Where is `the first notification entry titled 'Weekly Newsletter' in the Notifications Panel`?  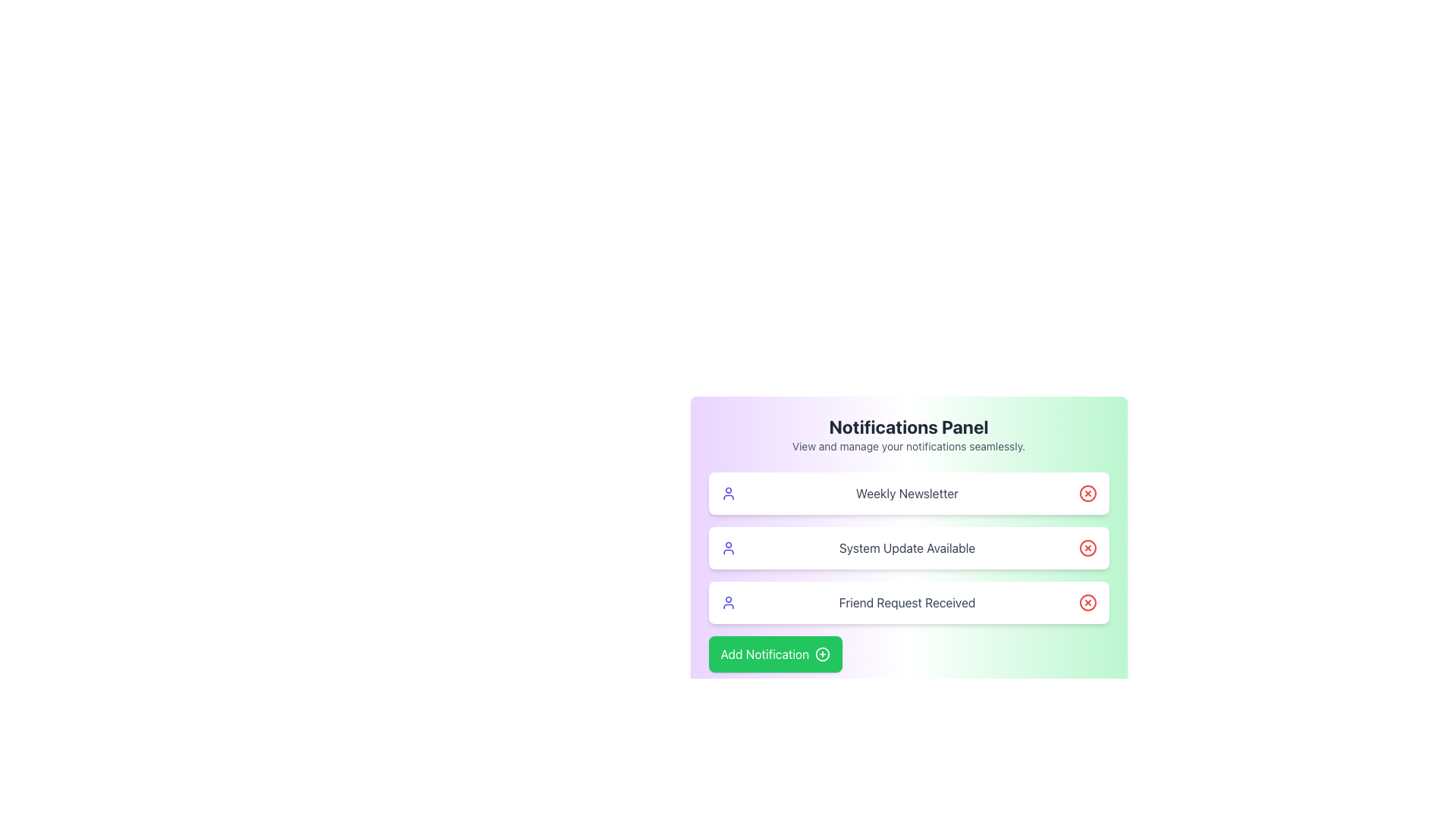 the first notification entry titled 'Weekly Newsletter' in the Notifications Panel is located at coordinates (908, 494).